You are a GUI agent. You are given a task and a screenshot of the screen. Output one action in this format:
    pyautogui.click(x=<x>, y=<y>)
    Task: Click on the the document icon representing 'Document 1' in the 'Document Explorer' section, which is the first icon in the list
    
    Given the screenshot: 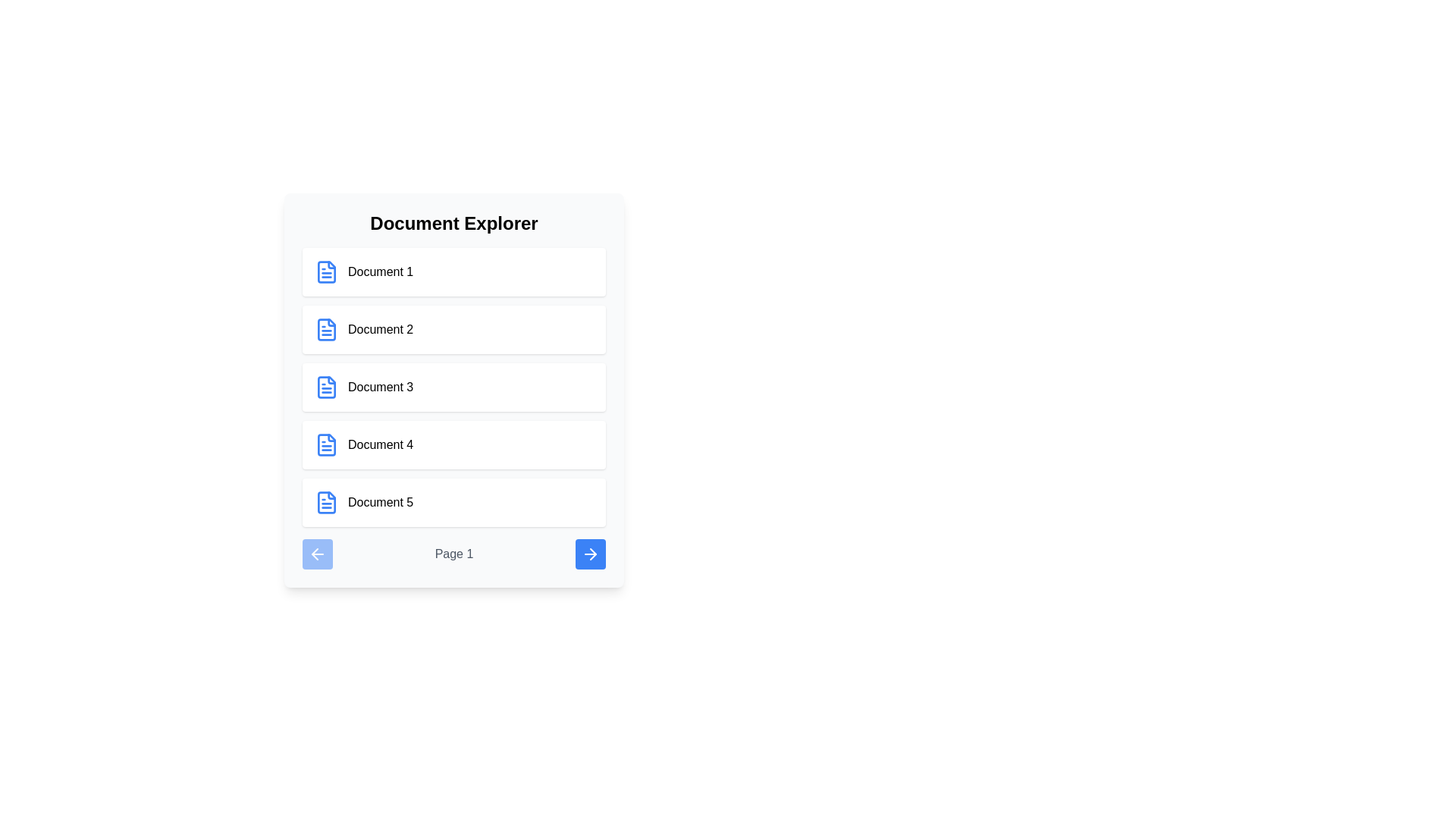 What is the action you would take?
    pyautogui.click(x=326, y=271)
    